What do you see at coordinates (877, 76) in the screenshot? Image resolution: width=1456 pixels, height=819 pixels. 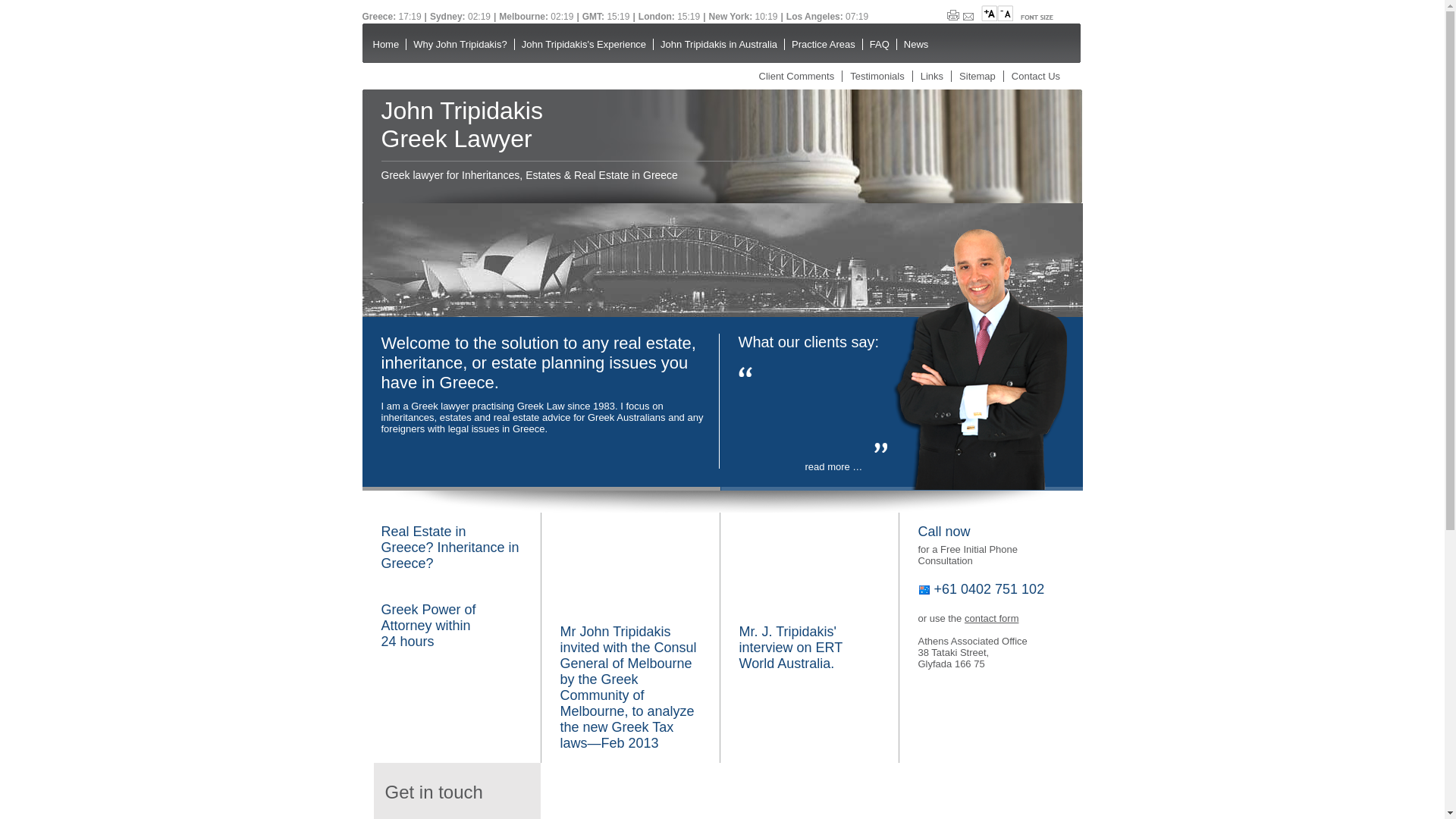 I see `'Testimonials'` at bounding box center [877, 76].